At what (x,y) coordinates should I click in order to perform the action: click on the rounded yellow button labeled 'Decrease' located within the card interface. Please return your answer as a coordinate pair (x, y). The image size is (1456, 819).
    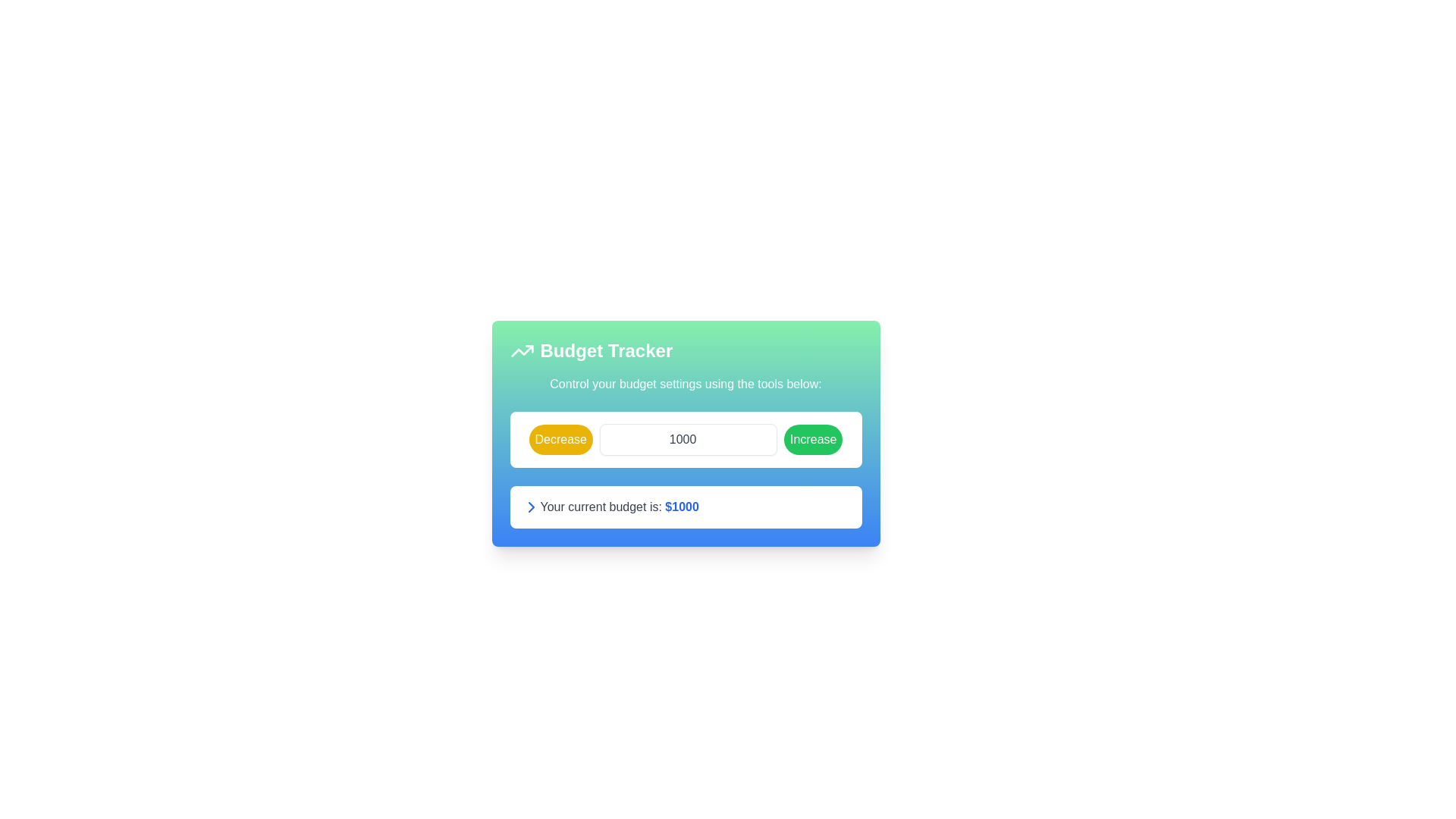
    Looking at the image, I should click on (560, 439).